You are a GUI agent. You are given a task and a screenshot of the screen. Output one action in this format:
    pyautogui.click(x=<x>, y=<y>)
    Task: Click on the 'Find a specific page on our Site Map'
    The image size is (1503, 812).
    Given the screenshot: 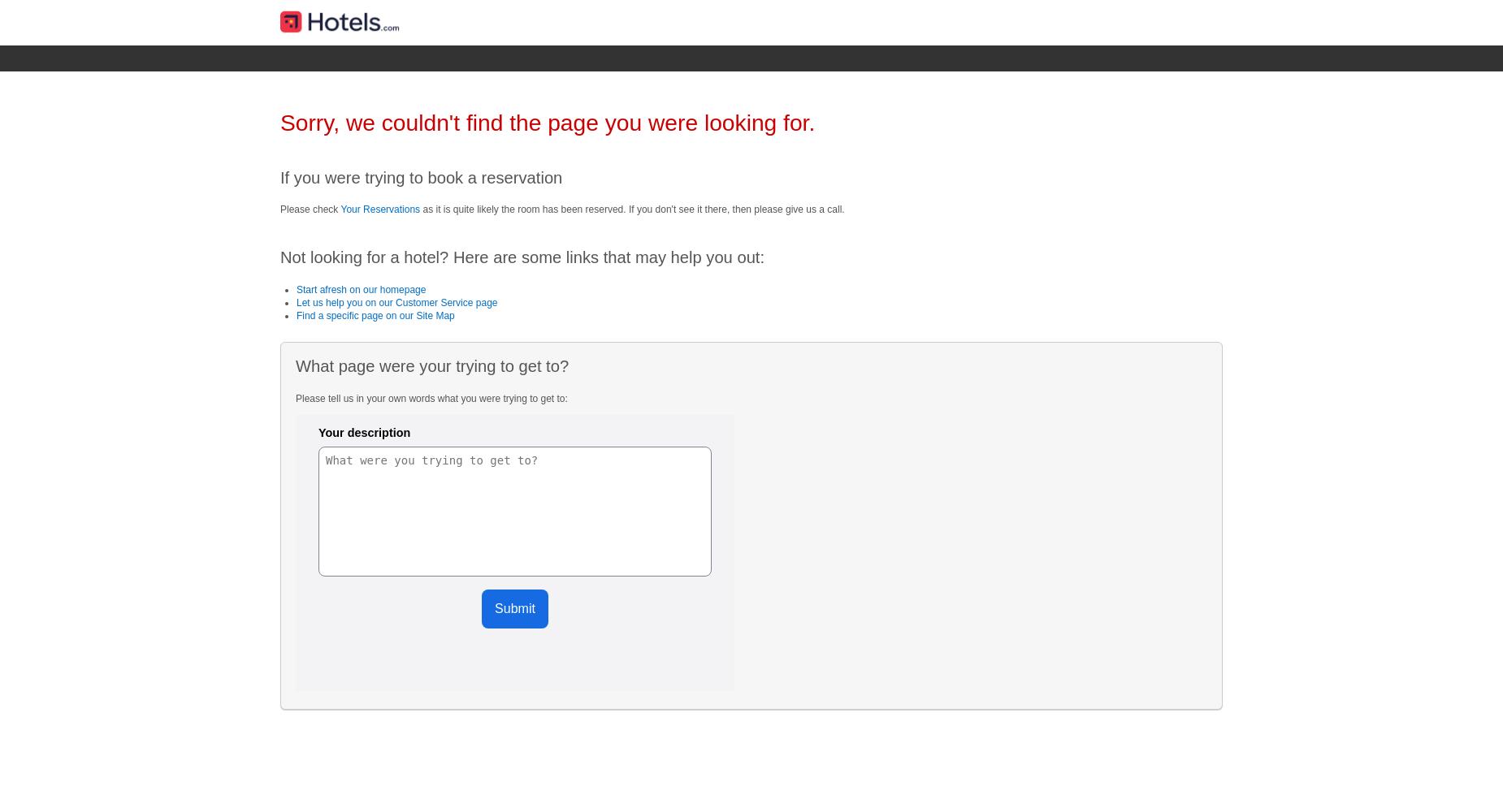 What is the action you would take?
    pyautogui.click(x=374, y=316)
    